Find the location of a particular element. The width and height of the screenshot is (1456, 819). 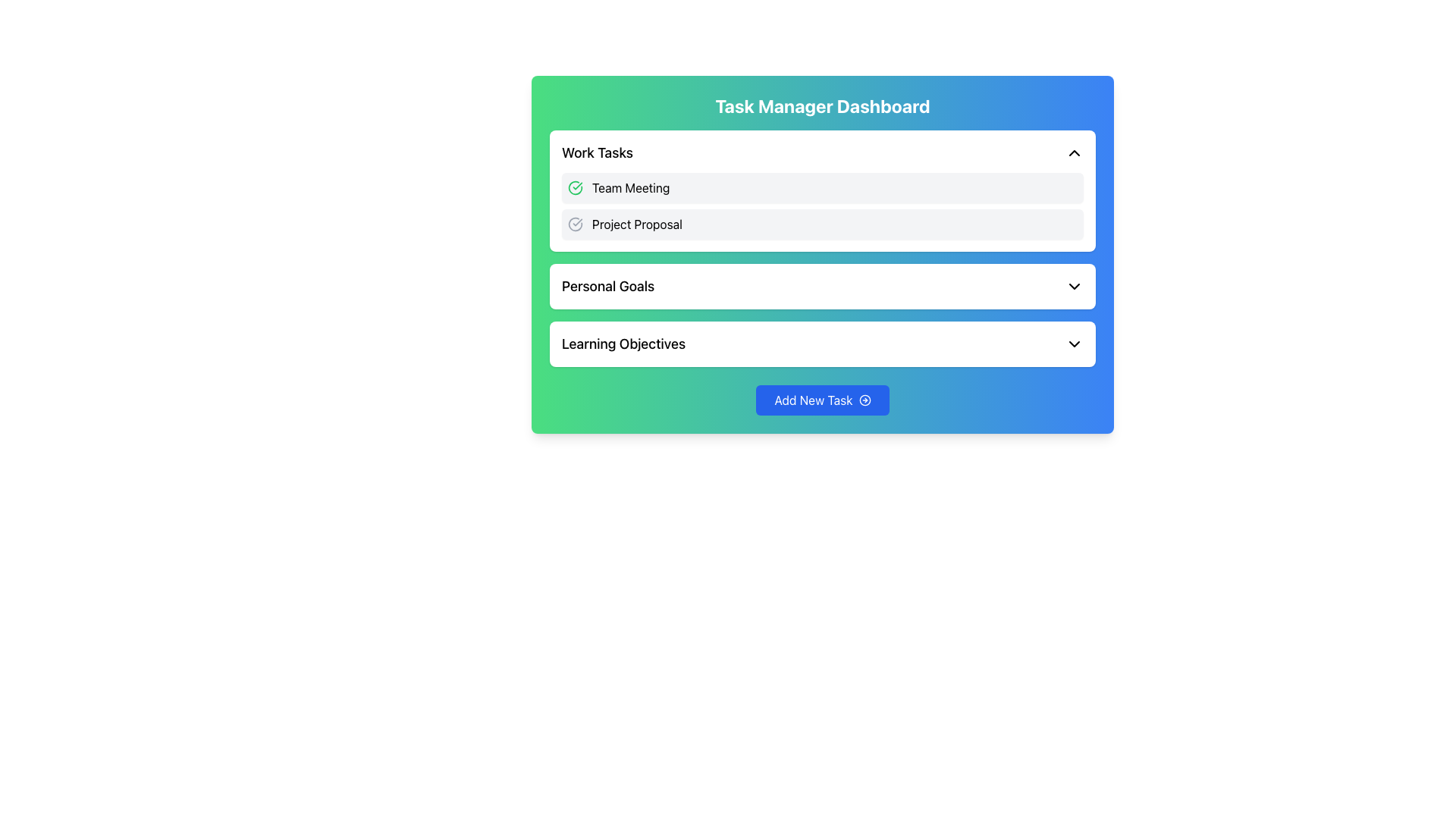

the Chevron Icon located on the far right of the 'Work Tasks' header is located at coordinates (1073, 152).